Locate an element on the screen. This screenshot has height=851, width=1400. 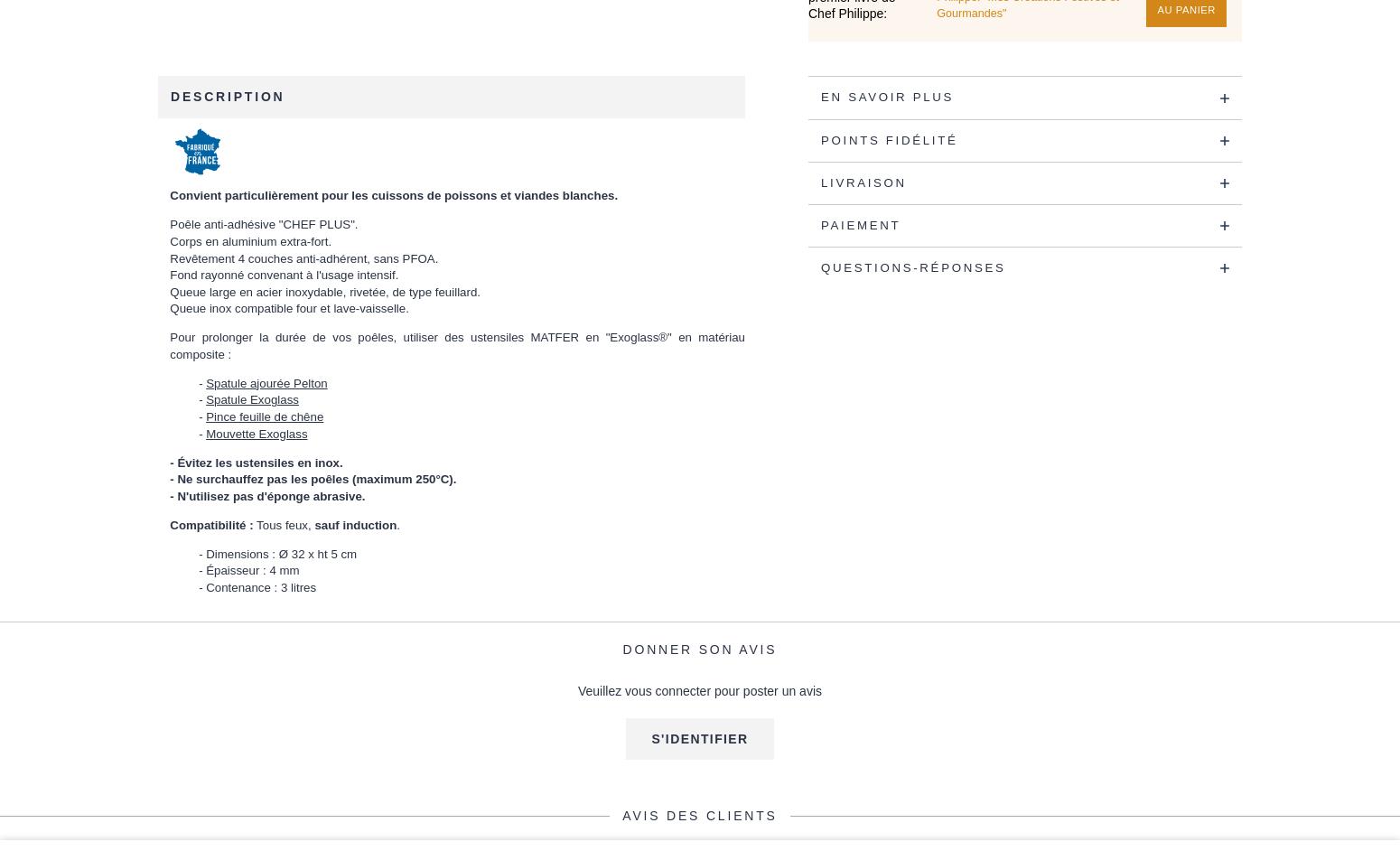
'En savoir plus' is located at coordinates (886, 97).